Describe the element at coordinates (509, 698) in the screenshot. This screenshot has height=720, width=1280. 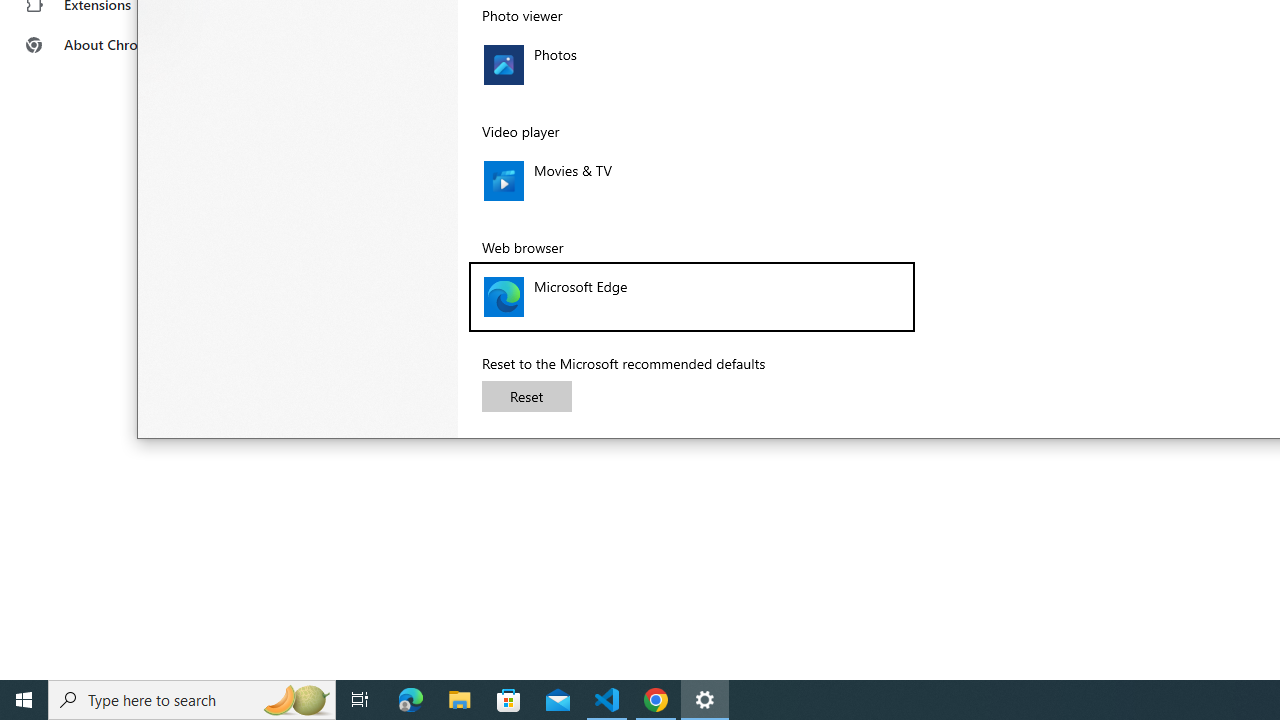
I see `'Microsoft Store'` at that location.